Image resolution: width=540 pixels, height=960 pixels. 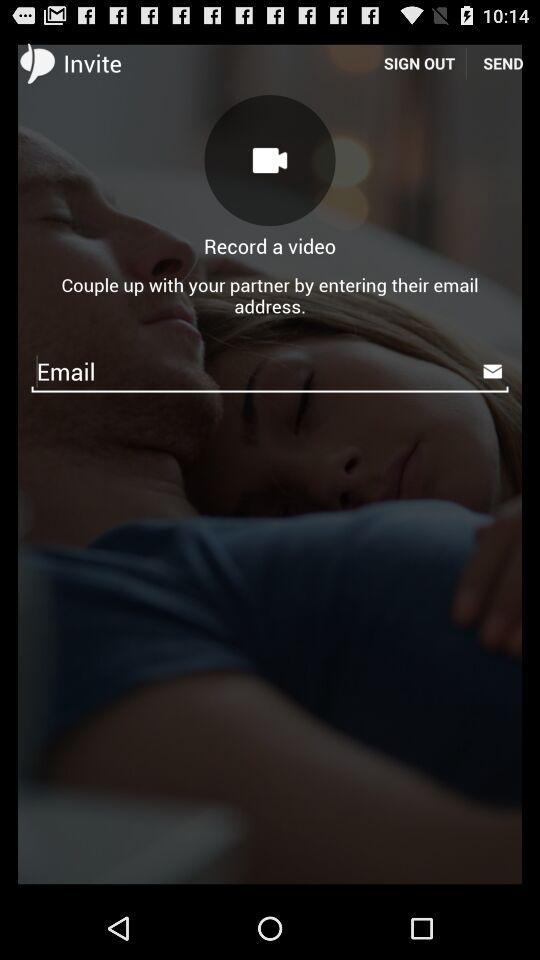 What do you see at coordinates (418, 62) in the screenshot?
I see `sign out icon` at bounding box center [418, 62].